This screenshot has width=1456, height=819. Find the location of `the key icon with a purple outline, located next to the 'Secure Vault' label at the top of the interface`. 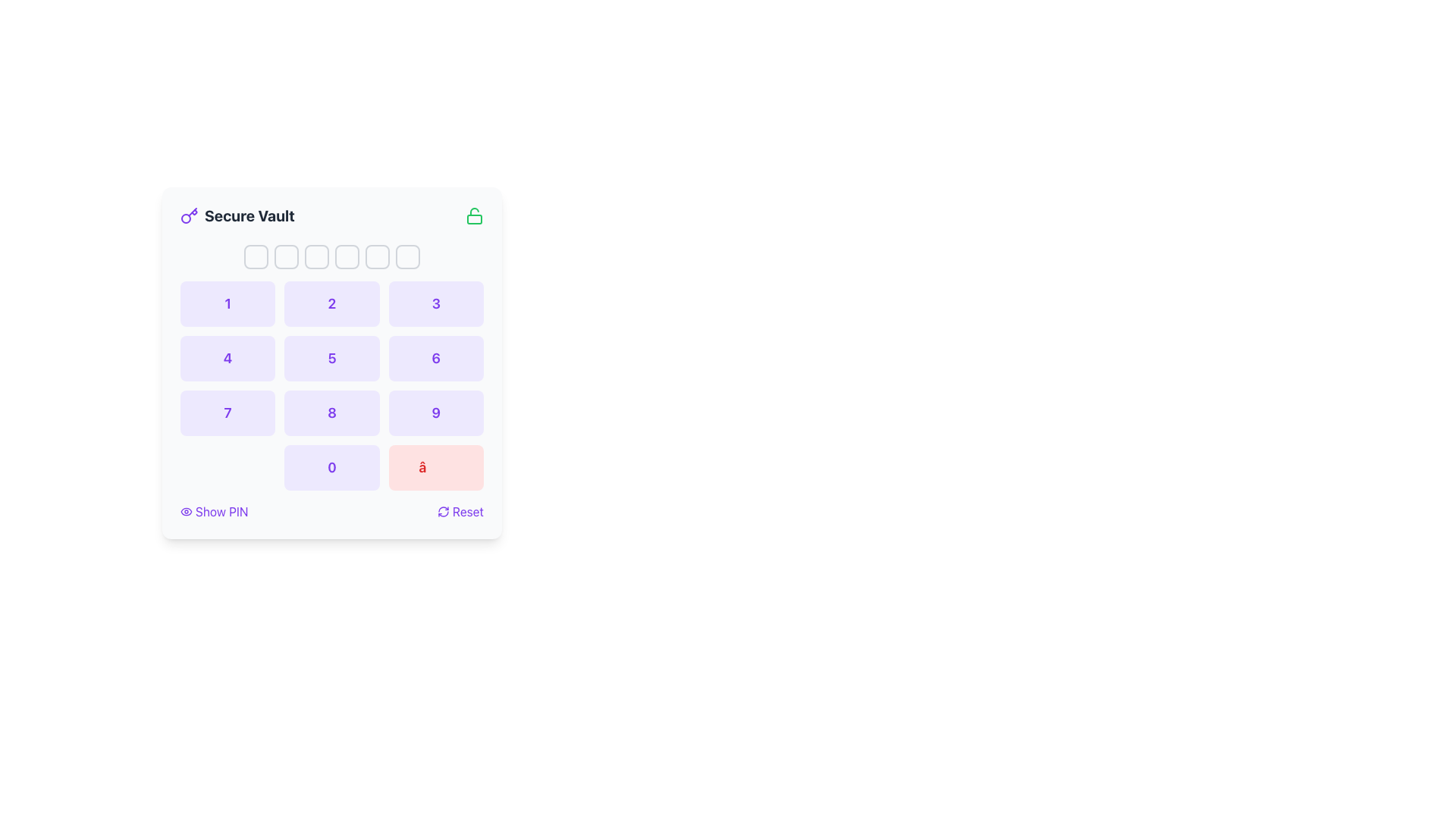

the key icon with a purple outline, located next to the 'Secure Vault' label at the top of the interface is located at coordinates (188, 216).